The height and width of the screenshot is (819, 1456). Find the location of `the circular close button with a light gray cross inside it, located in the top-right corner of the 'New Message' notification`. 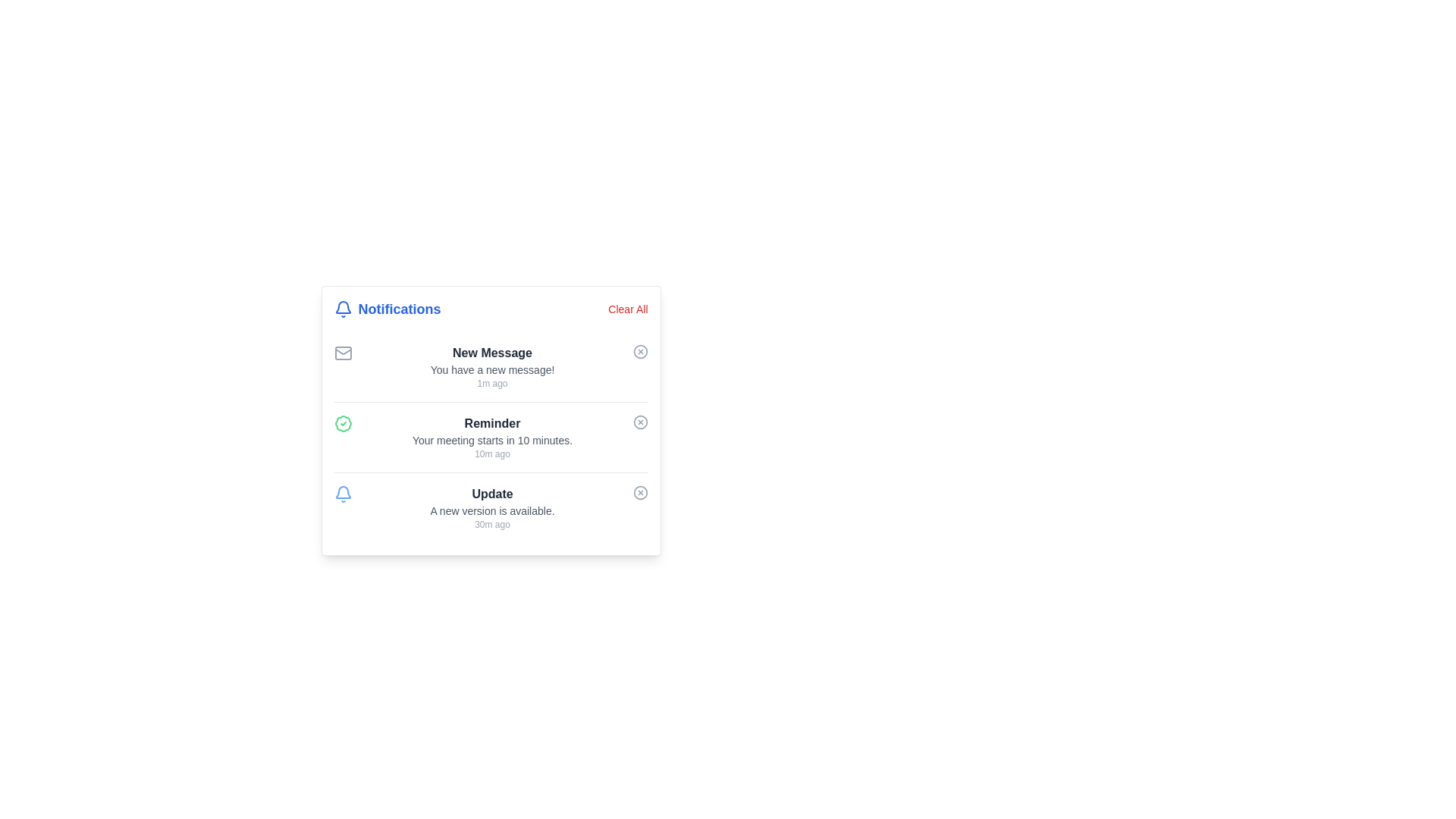

the circular close button with a light gray cross inside it, located in the top-right corner of the 'New Message' notification is located at coordinates (640, 351).